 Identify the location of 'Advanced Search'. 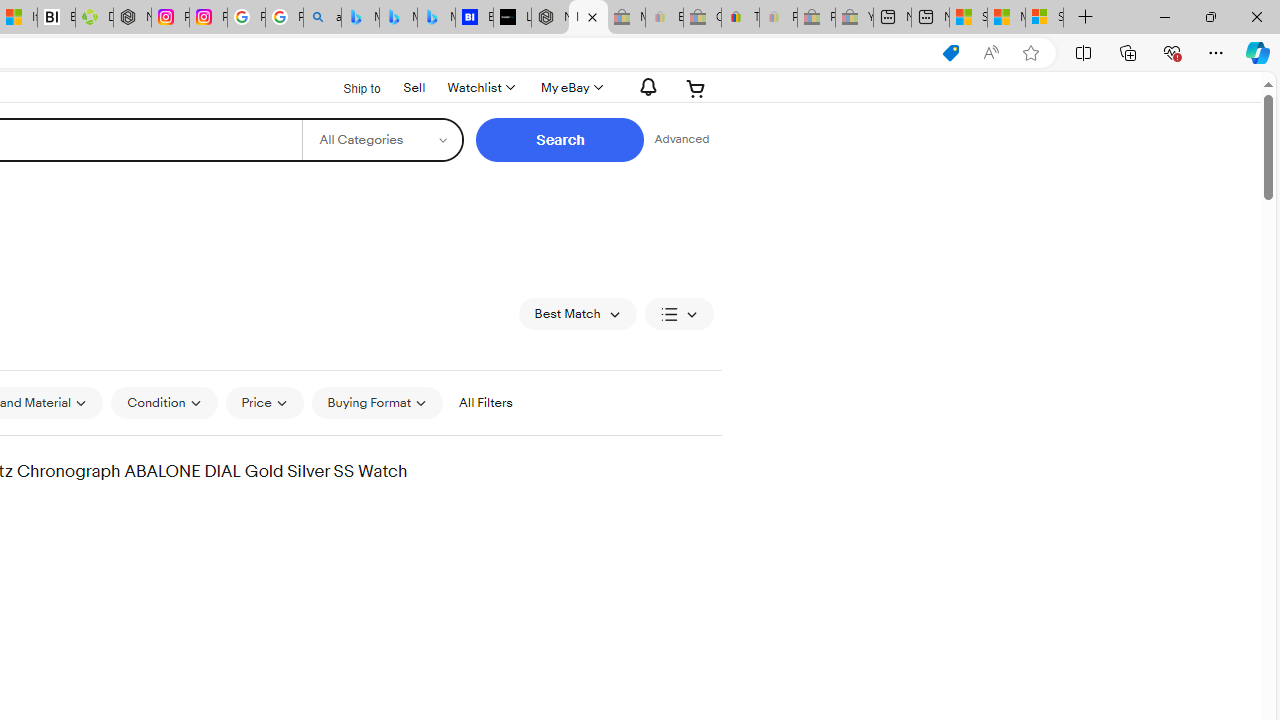
(681, 139).